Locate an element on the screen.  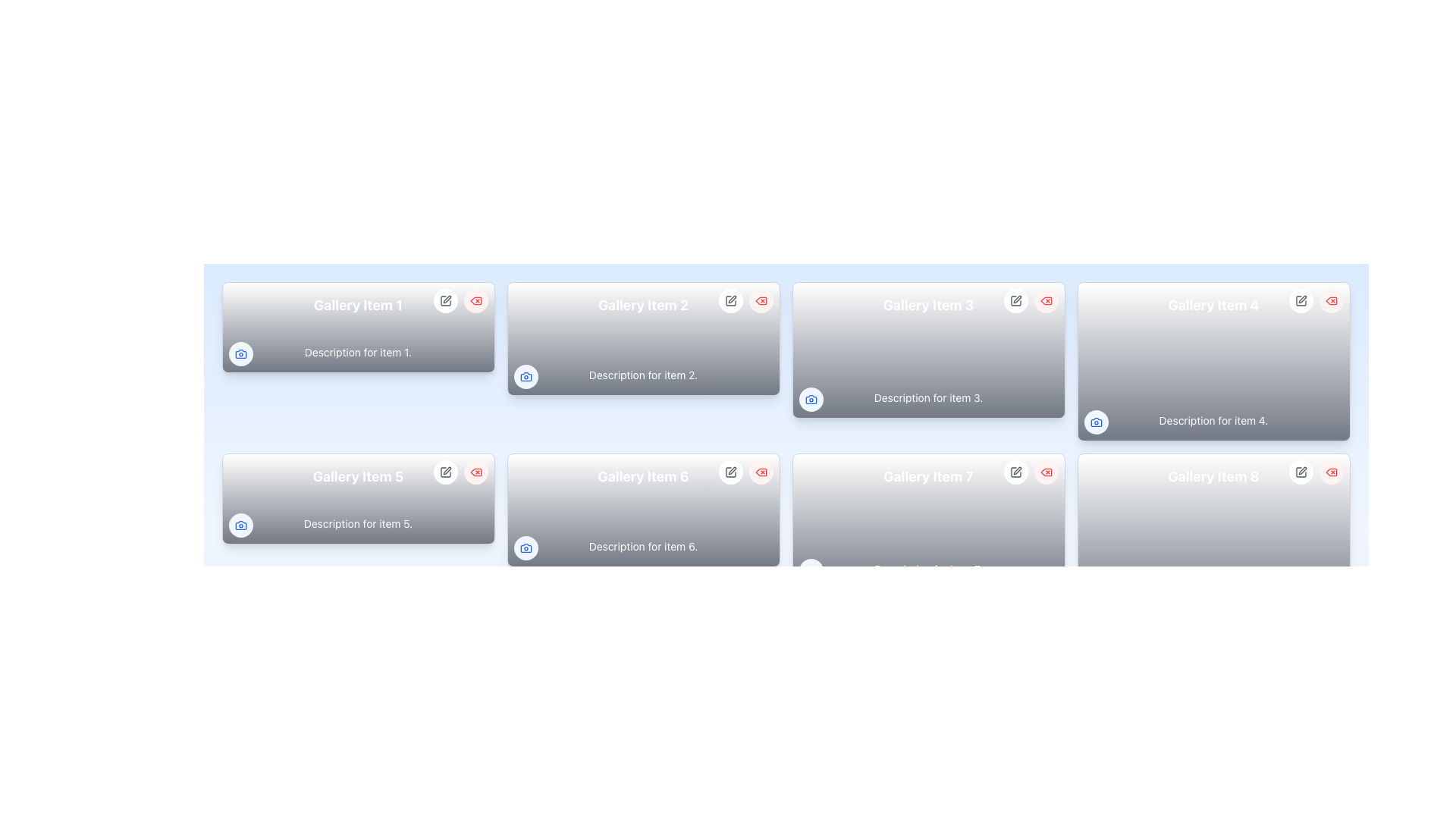
the small red trash can icon button located in the top-right corner of 'Gallery Item 7' is located at coordinates (1045, 472).